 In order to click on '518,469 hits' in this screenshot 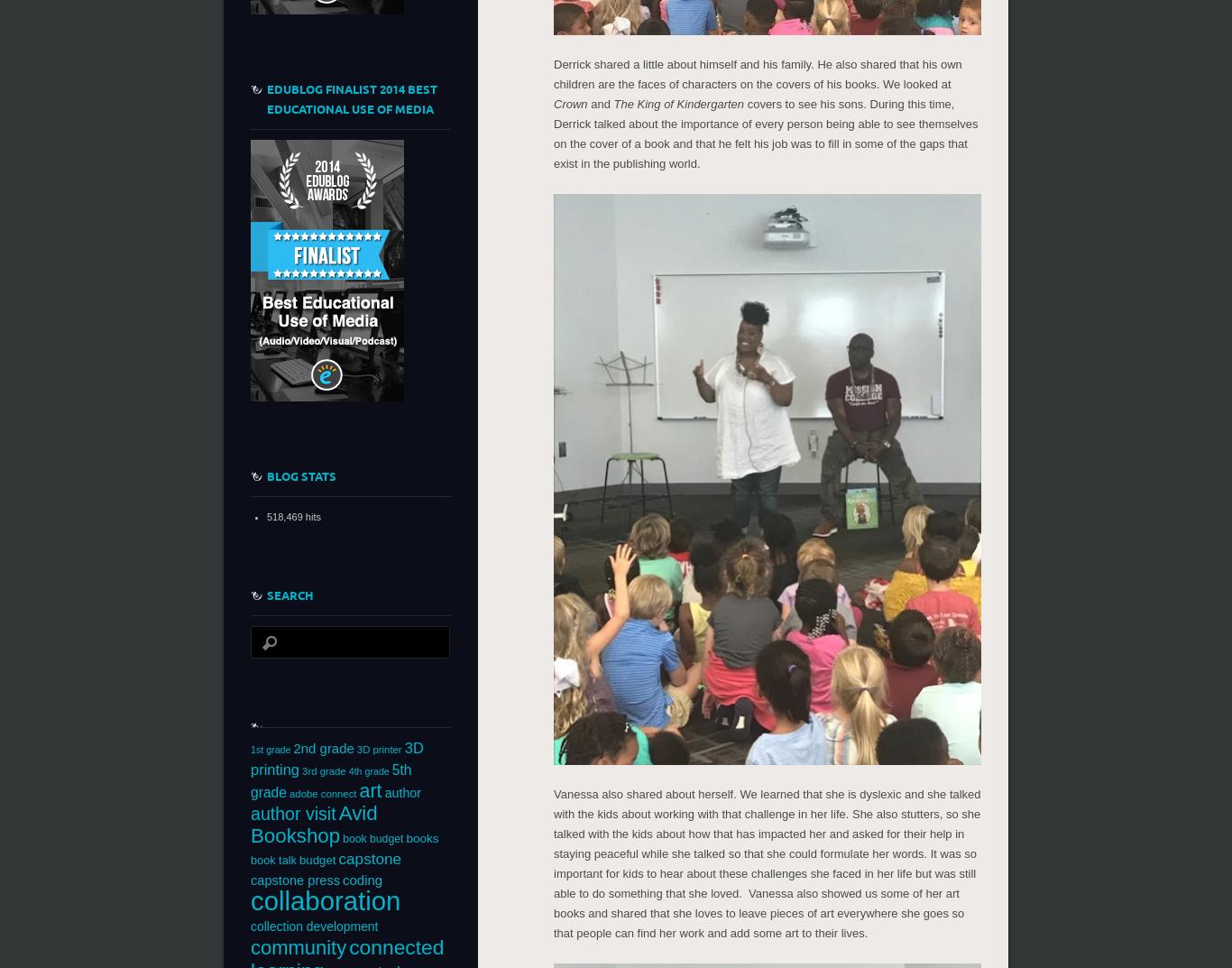, I will do `click(293, 516)`.